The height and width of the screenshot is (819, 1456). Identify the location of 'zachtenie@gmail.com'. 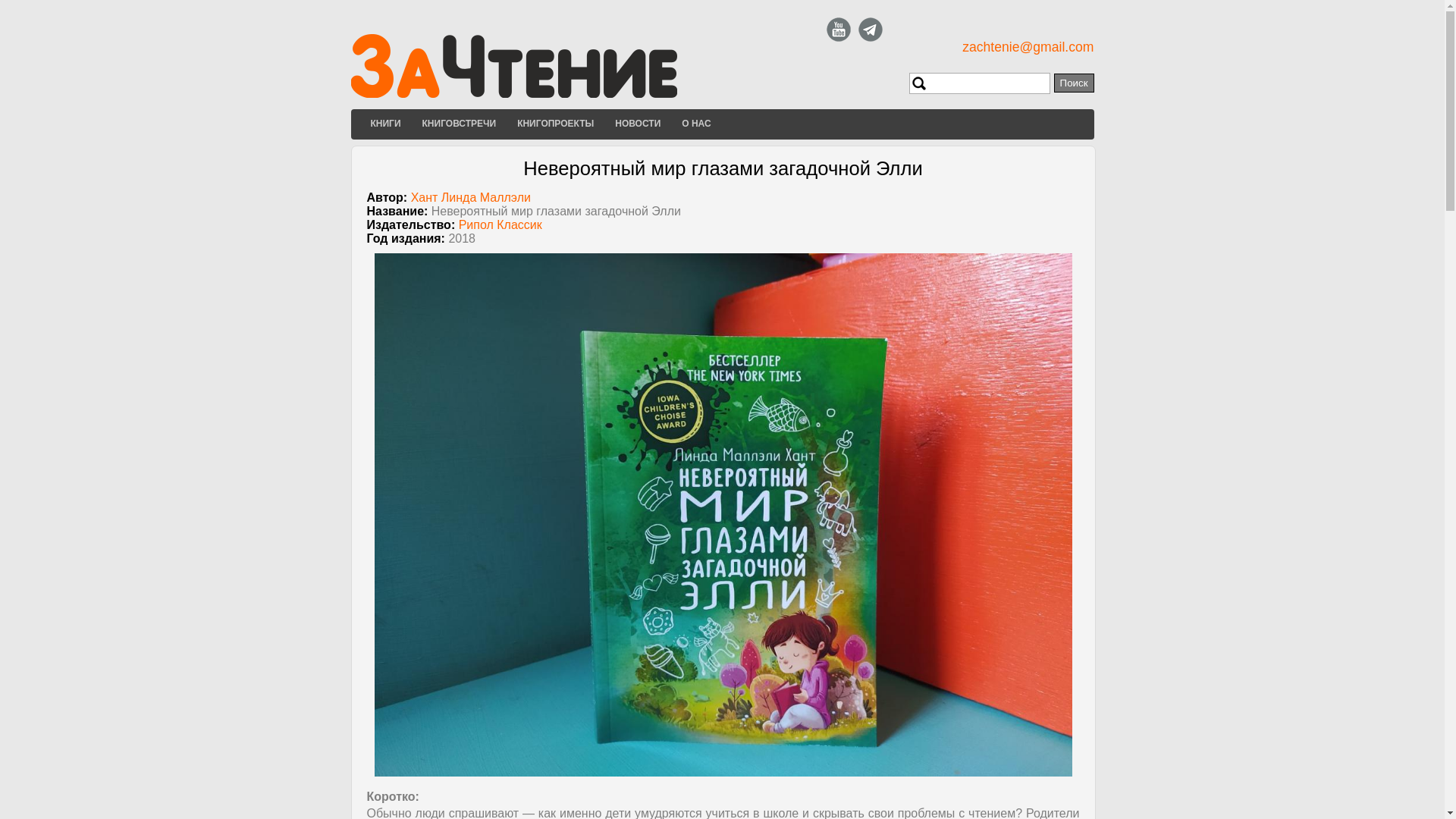
(961, 45).